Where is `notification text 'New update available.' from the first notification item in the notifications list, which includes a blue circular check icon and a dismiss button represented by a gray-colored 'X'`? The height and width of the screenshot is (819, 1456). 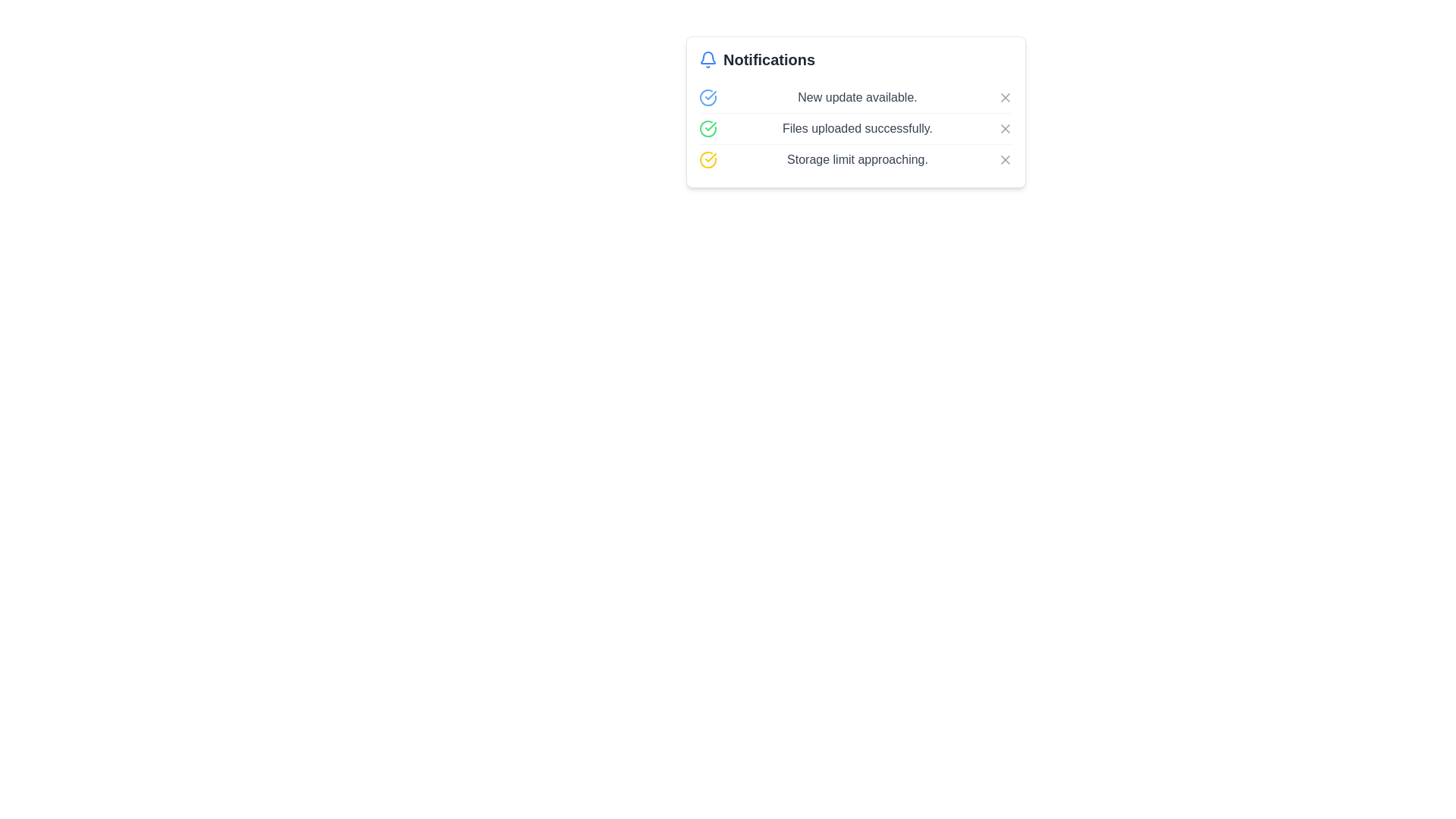 notification text 'New update available.' from the first notification item in the notifications list, which includes a blue circular check icon and a dismiss button represented by a gray-colored 'X' is located at coordinates (855, 97).